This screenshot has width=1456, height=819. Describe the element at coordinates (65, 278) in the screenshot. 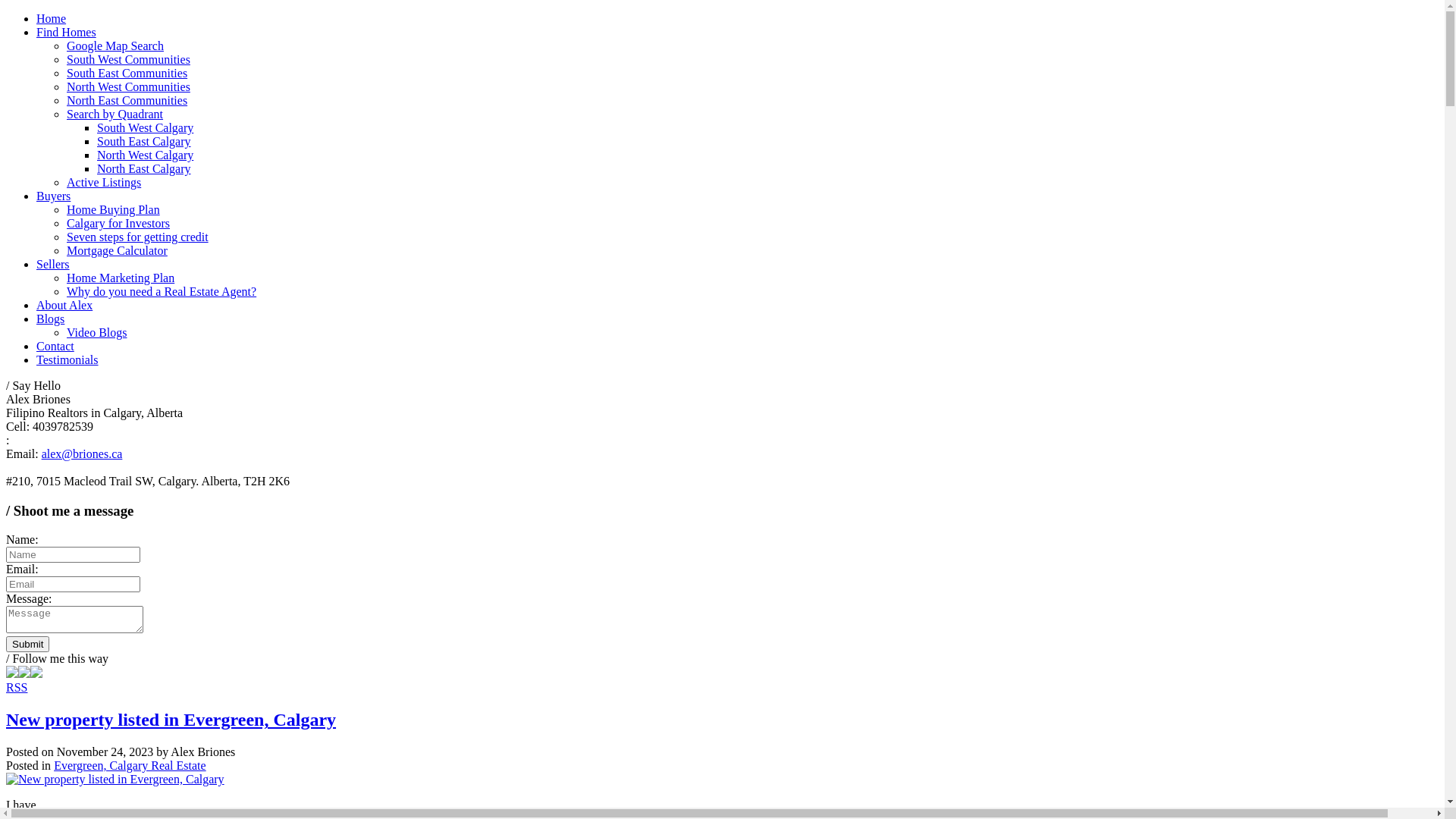

I see `'Home Marketing Plan'` at that location.